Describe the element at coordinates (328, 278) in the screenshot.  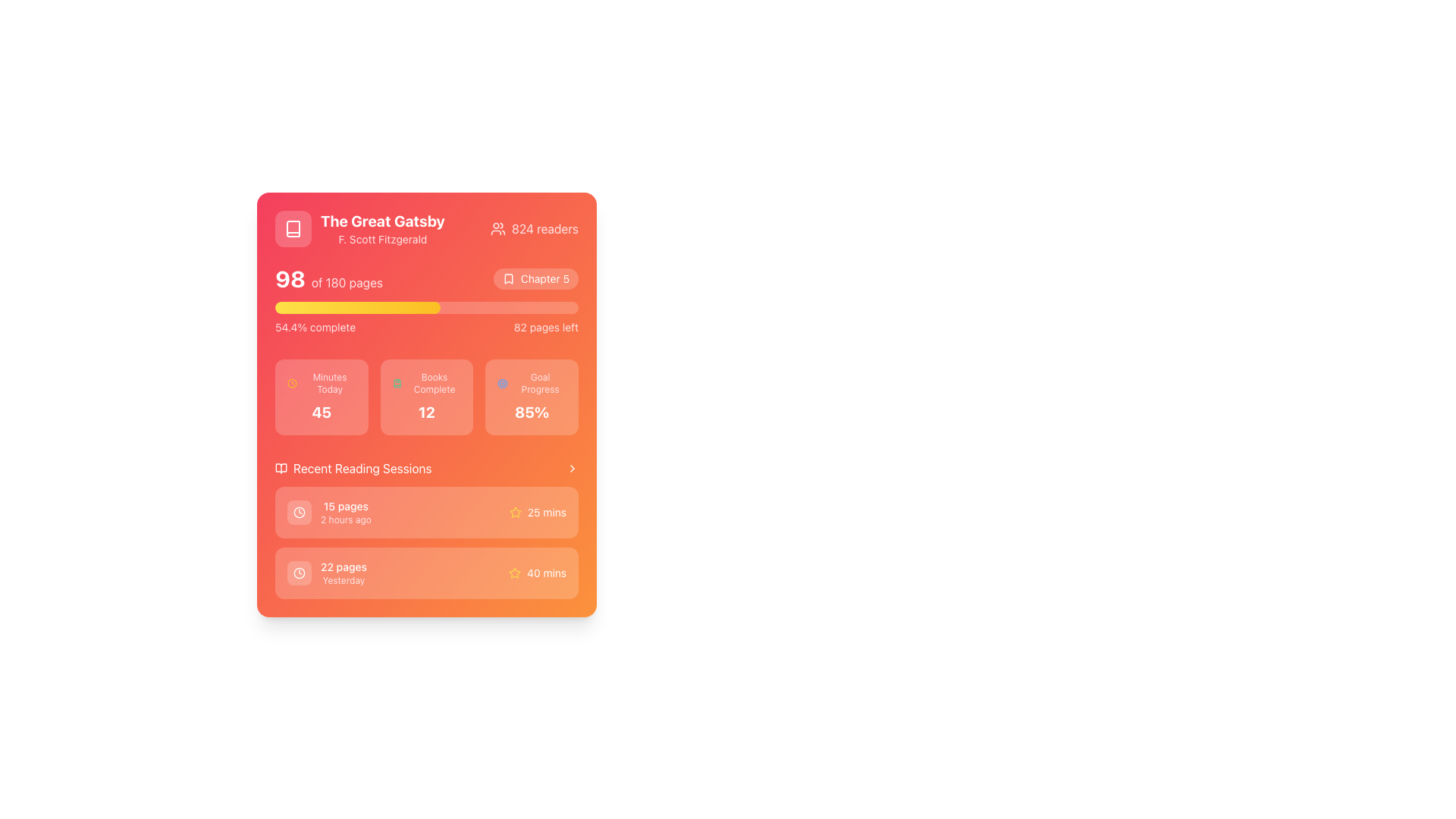
I see `displayed numerical value '98' and descriptive phrase 'of 180 pages' from the text element located in the upper section of the panel, which has a gradient background and is positioned to the left of 'Chapter 5'` at that location.